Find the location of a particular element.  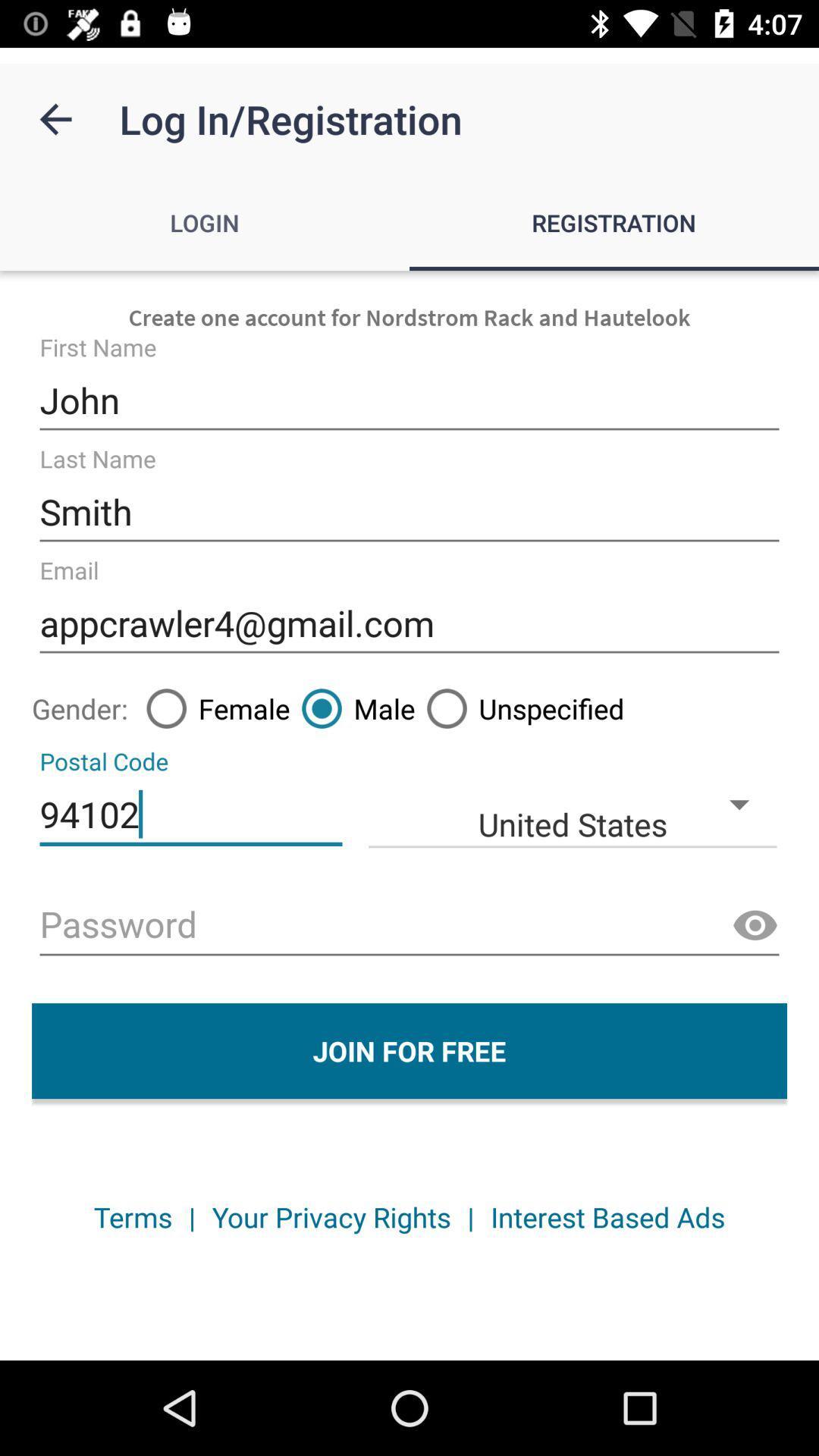

show the password is located at coordinates (755, 925).